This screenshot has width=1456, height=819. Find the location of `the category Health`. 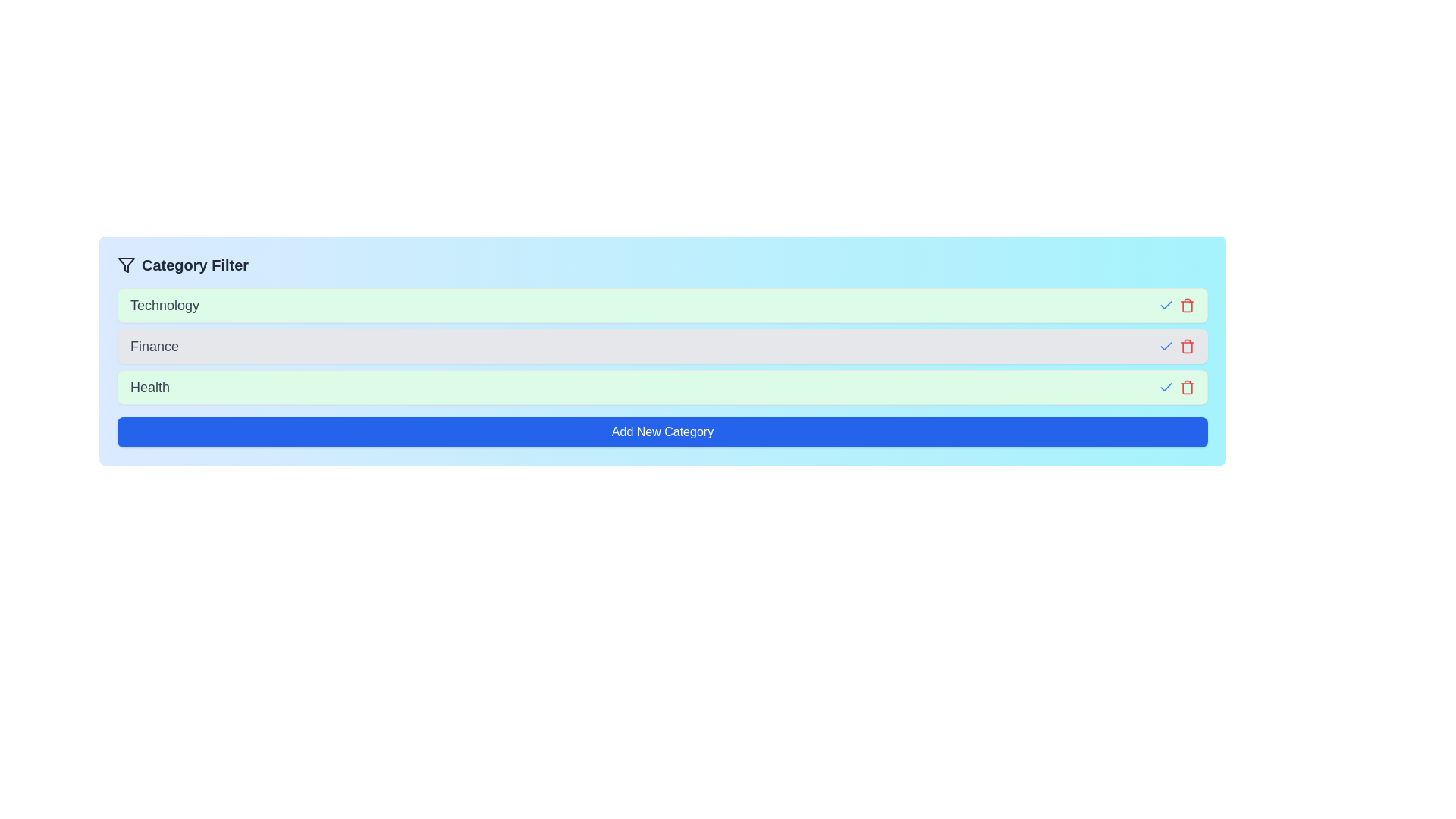

the category Health is located at coordinates (1165, 386).